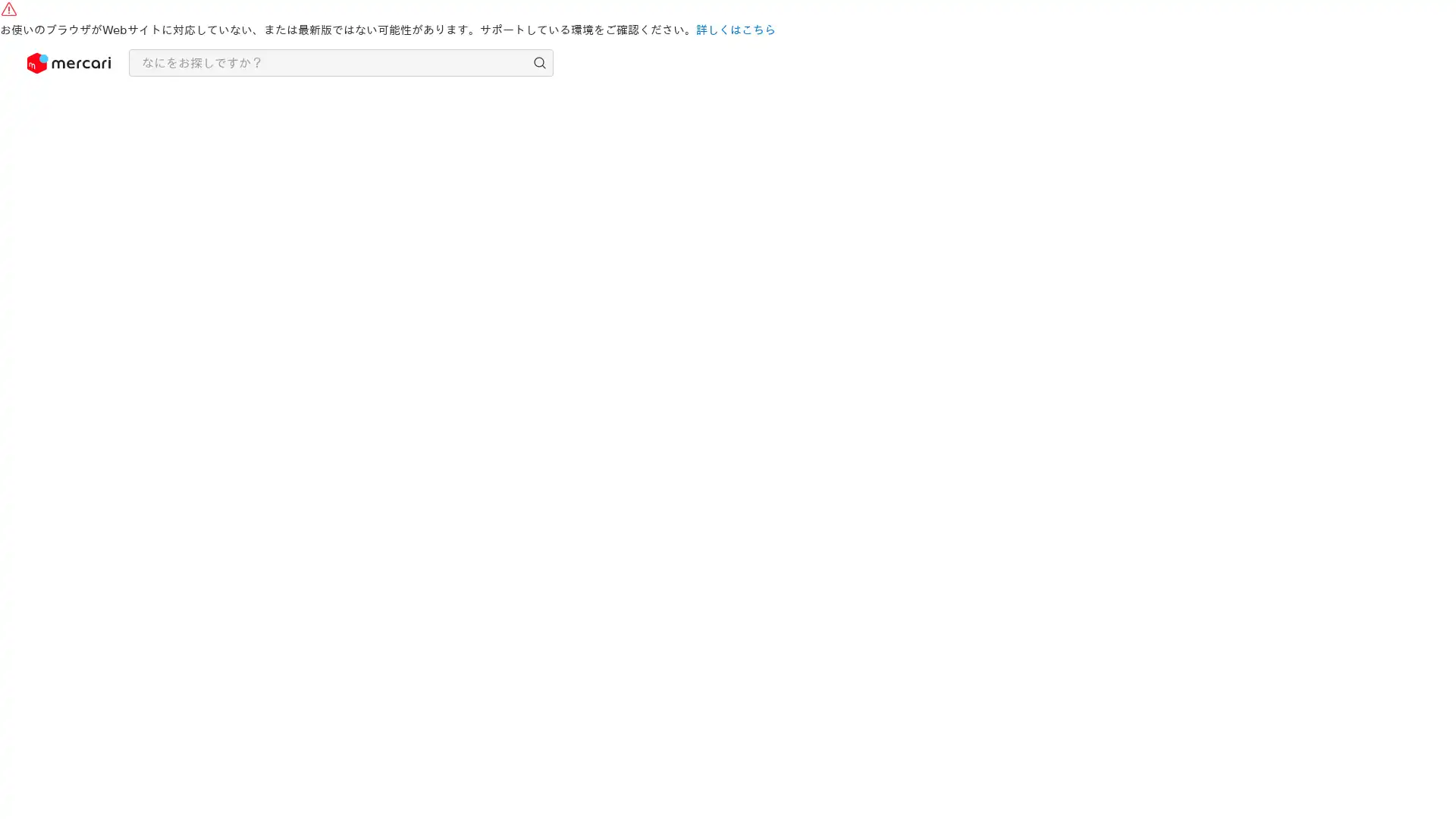 Image resolution: width=1456 pixels, height=819 pixels. What do you see at coordinates (1010, 48) in the screenshot?
I see `Shop Now` at bounding box center [1010, 48].